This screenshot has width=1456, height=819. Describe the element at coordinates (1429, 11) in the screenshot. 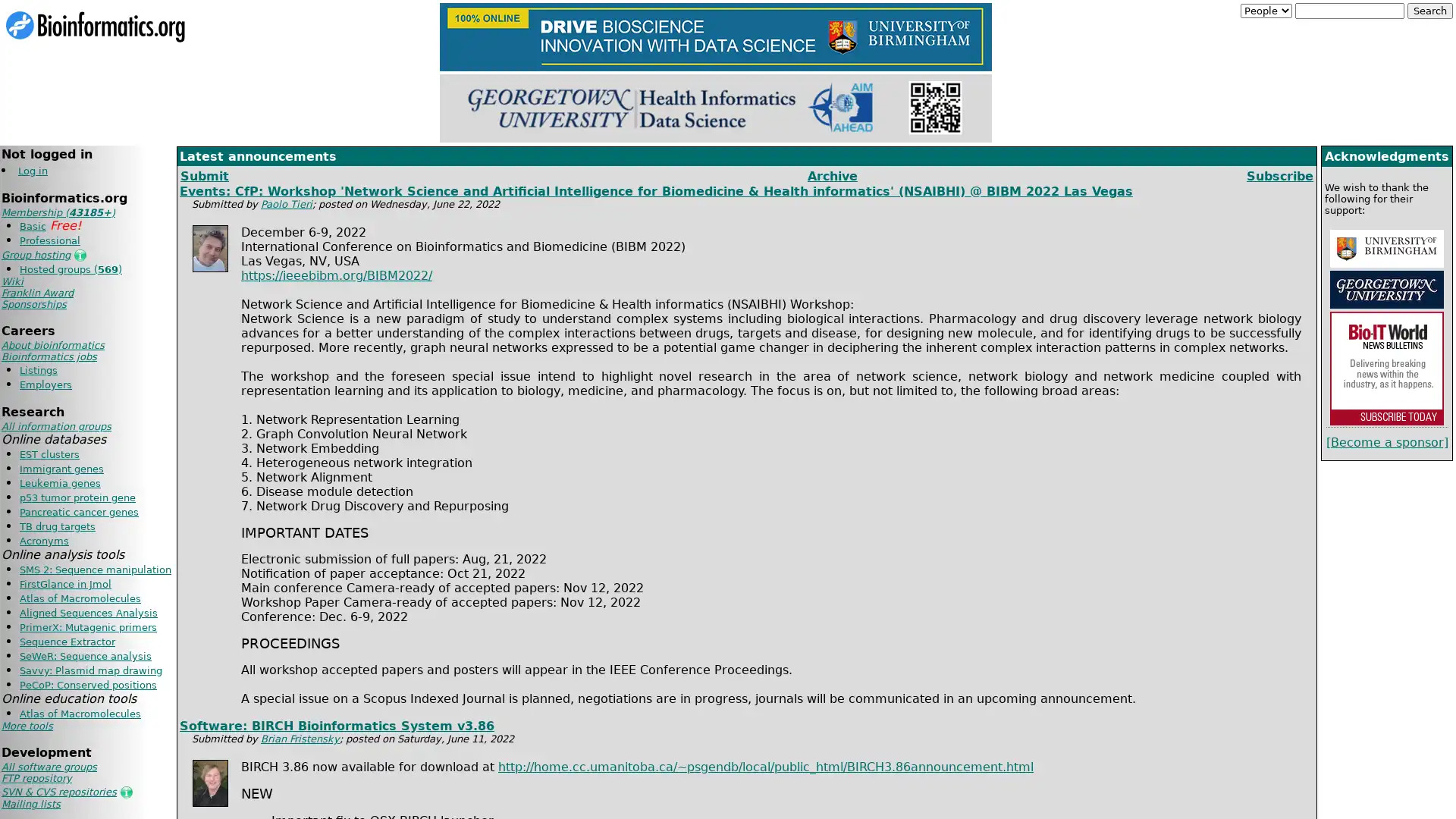

I see `Search` at that location.